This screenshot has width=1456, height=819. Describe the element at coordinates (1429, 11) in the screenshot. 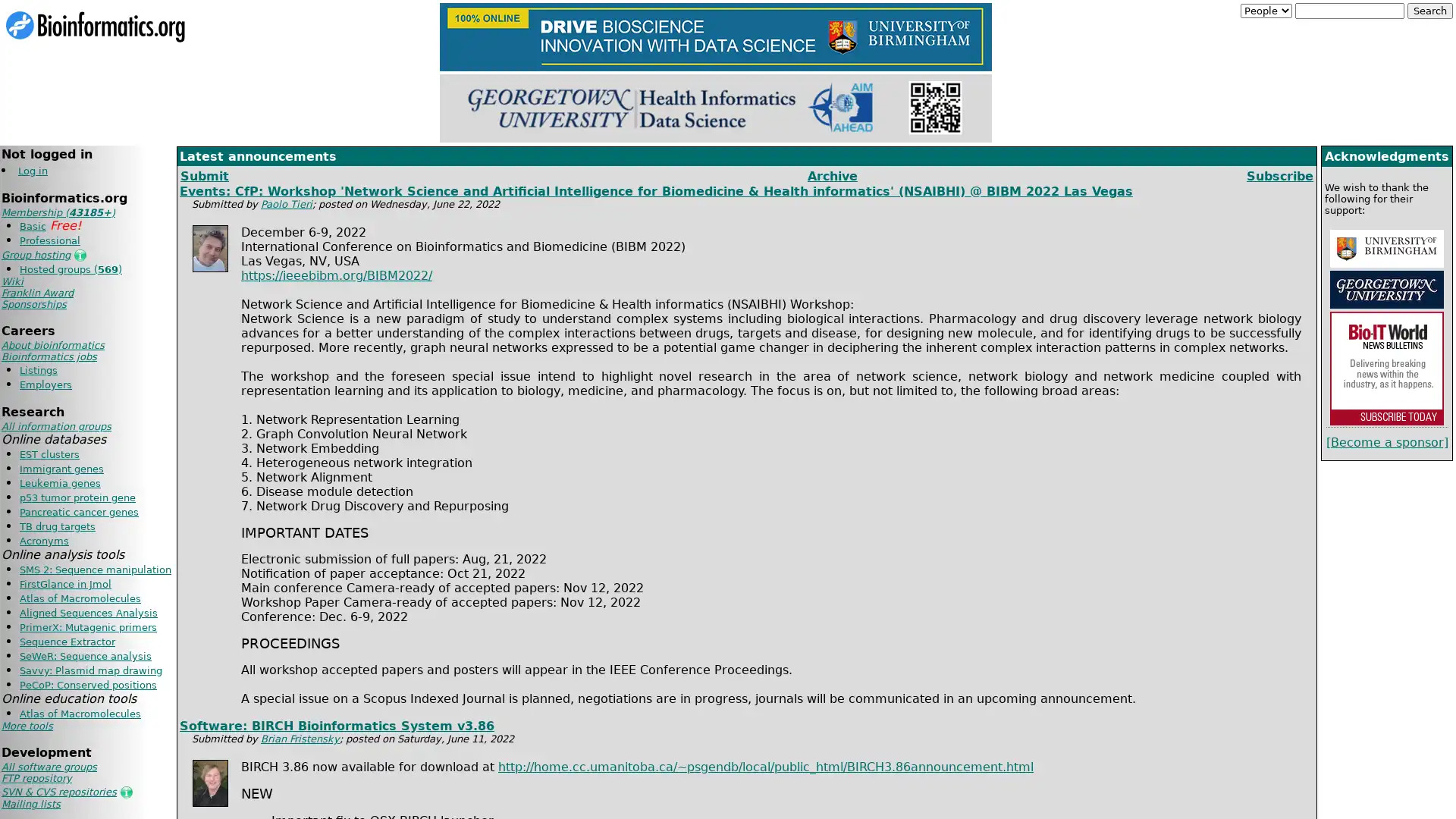

I see `Search` at that location.